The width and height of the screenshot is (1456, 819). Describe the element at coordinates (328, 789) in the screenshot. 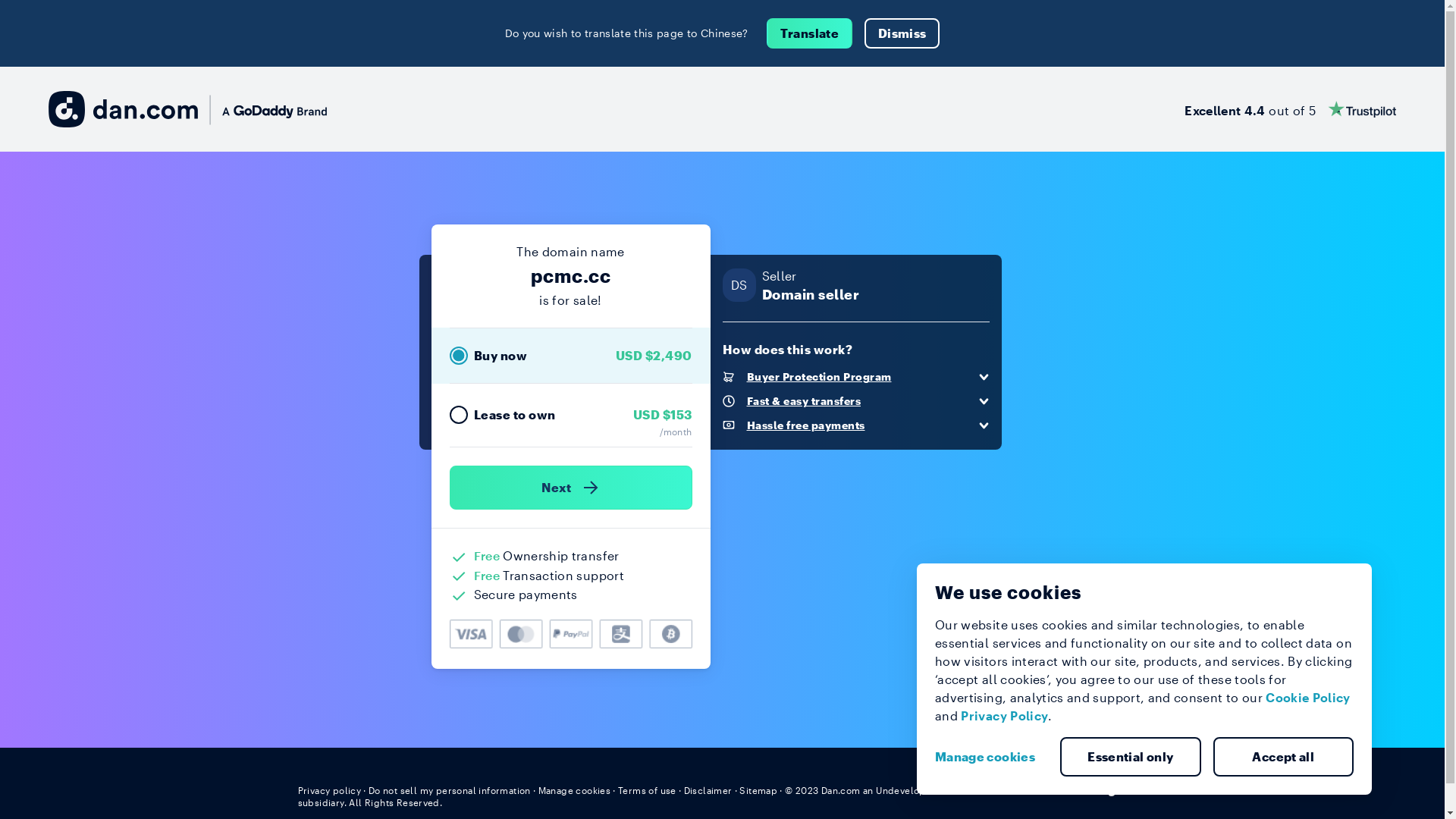

I see `'Privacy policy'` at that location.